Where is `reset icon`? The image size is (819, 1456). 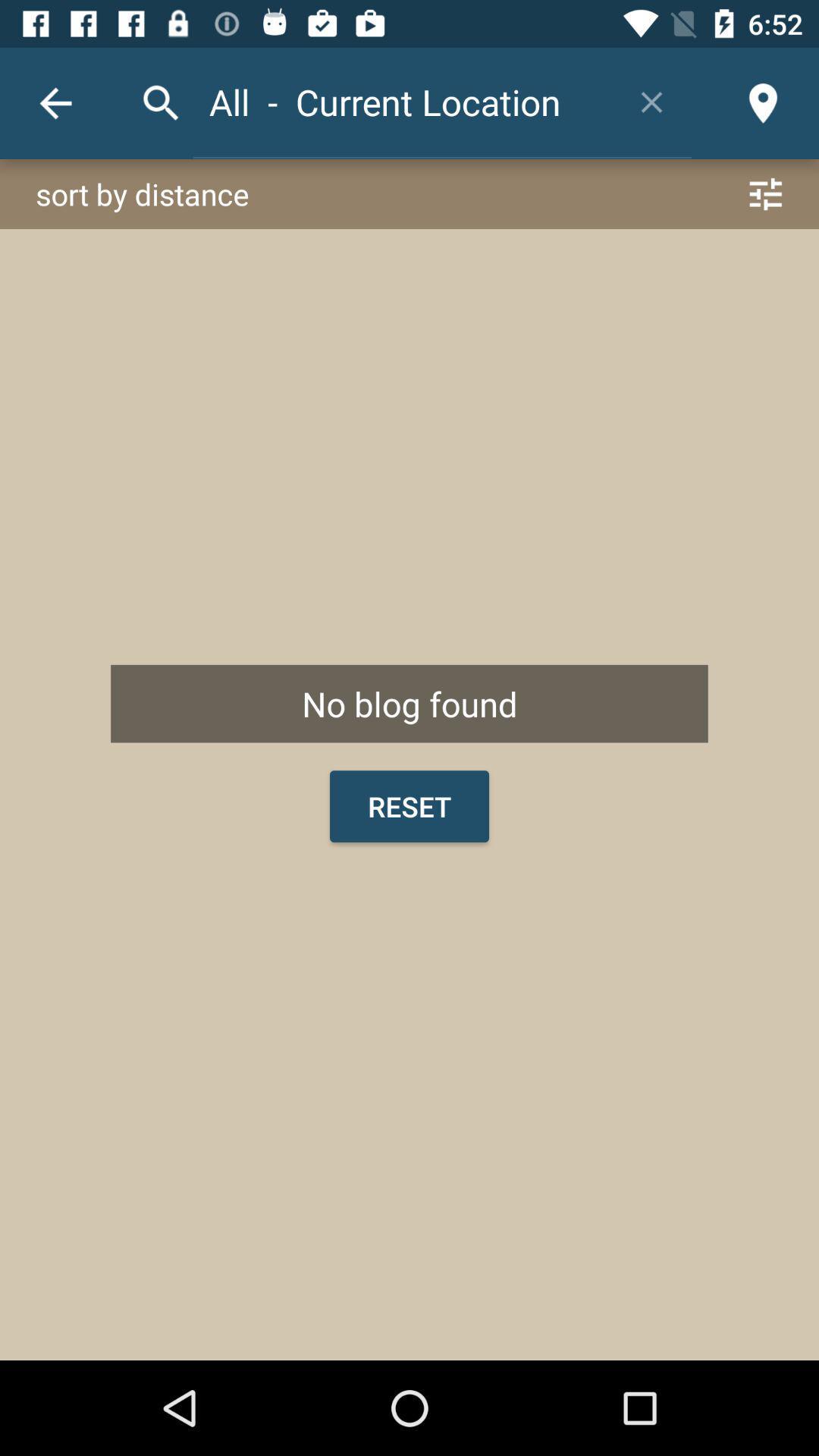 reset icon is located at coordinates (409, 805).